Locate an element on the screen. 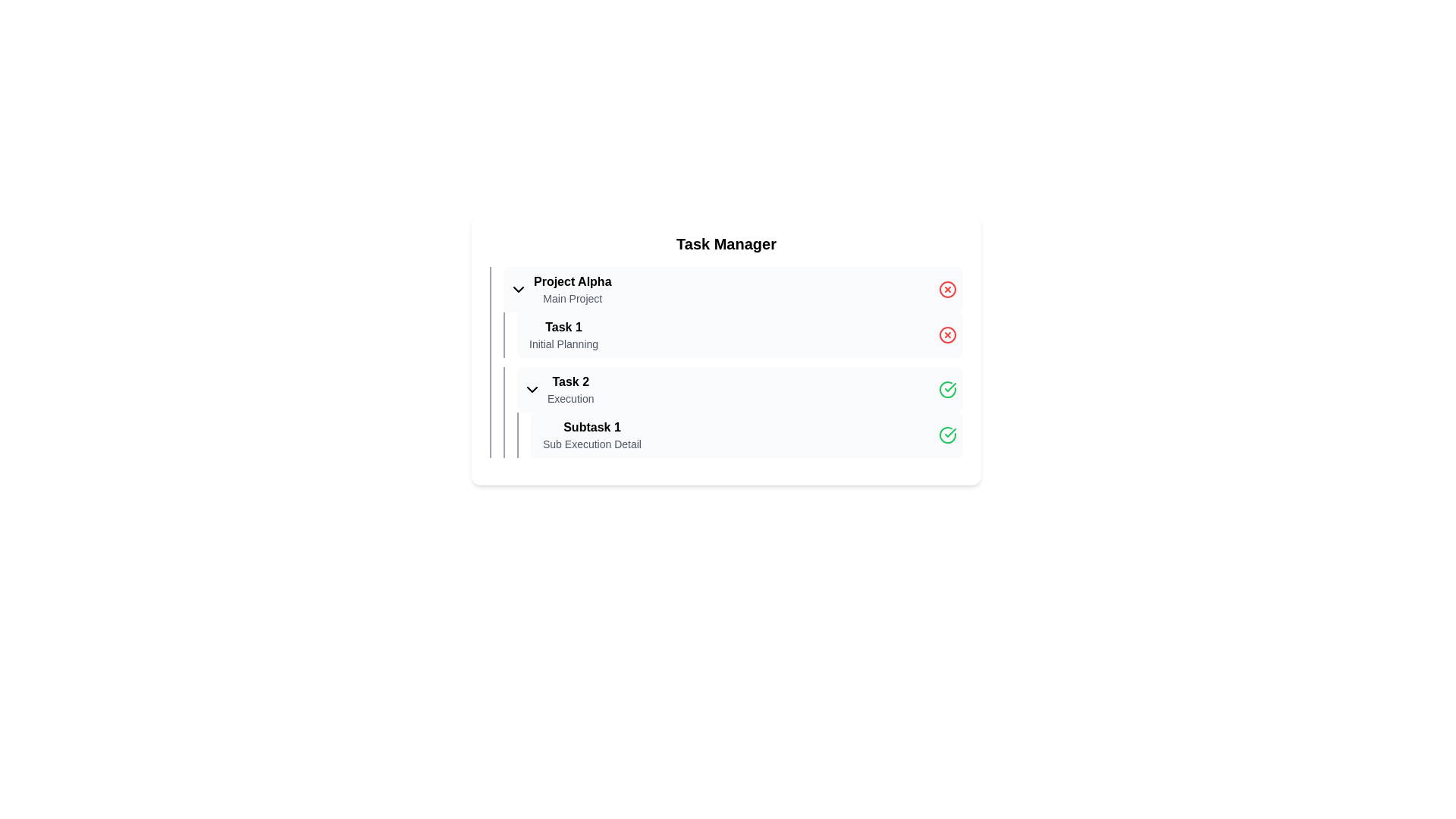 The image size is (1456, 819). the text block displaying 'Project Alpha' and 'Main Project' in the 'Task Manager' section, which is the first item in the task list is located at coordinates (572, 289).